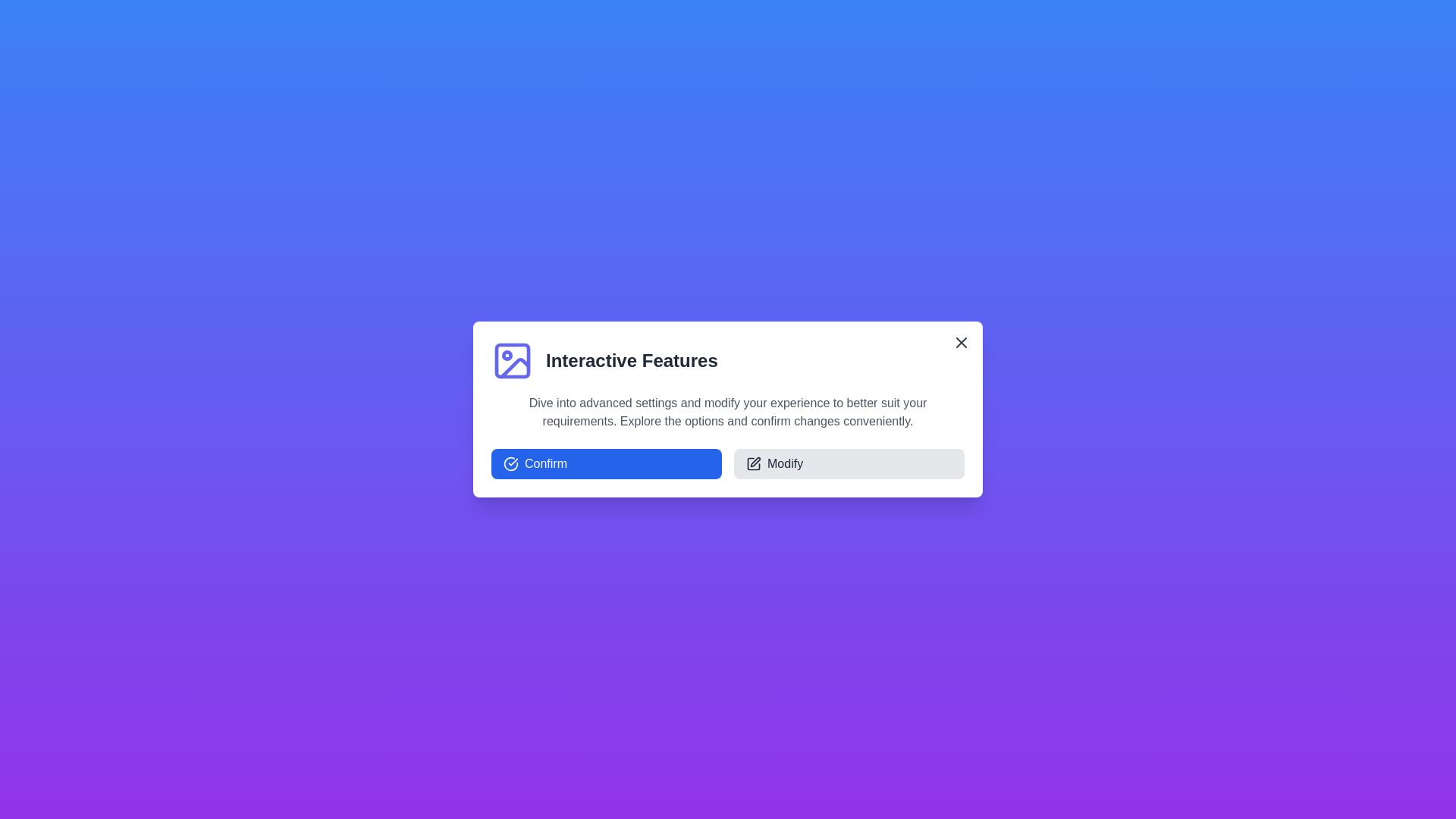 The image size is (1456, 819). What do you see at coordinates (513, 360) in the screenshot?
I see `the image icon to focus on it` at bounding box center [513, 360].